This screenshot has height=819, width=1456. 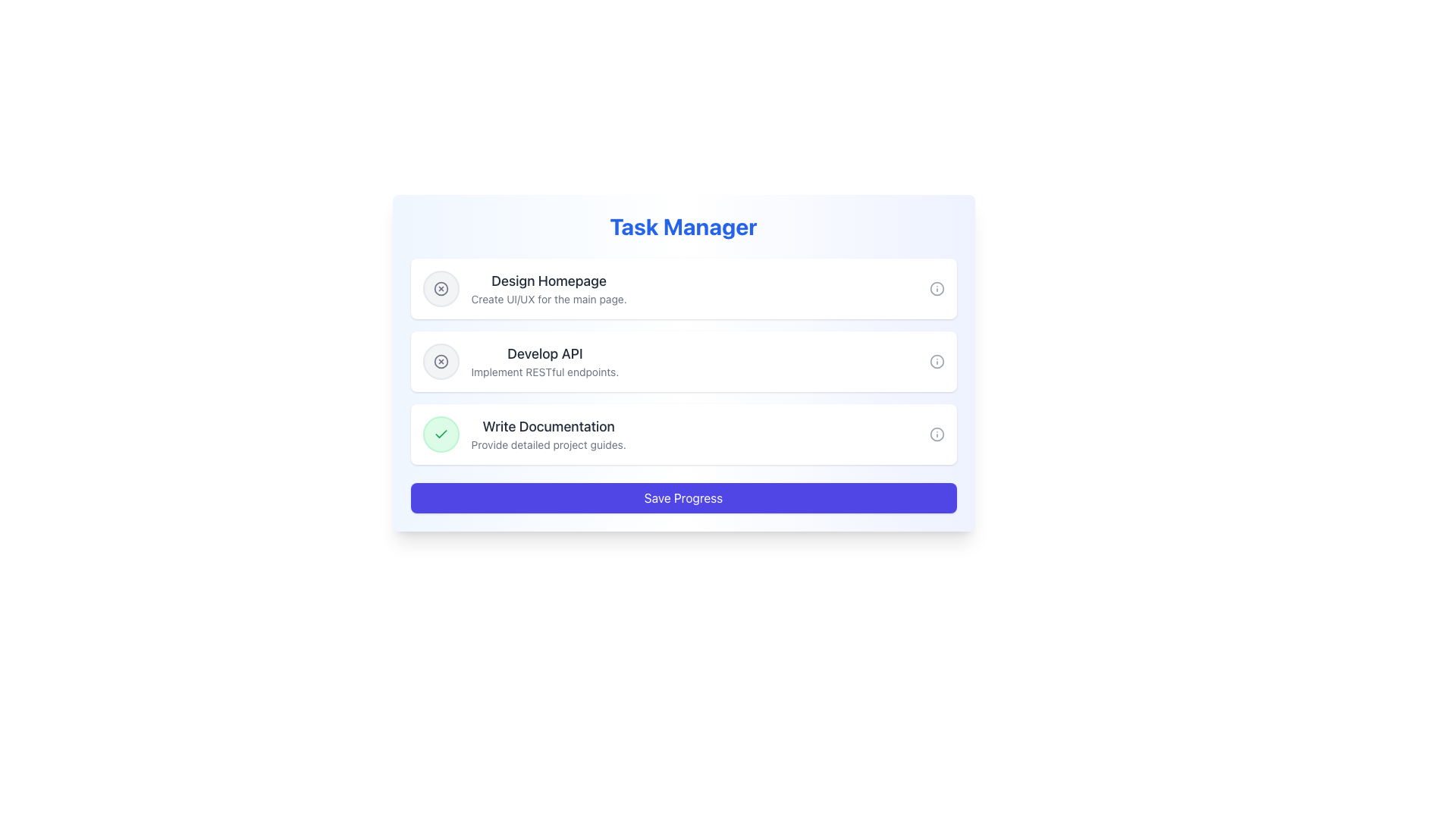 I want to click on the text label that serves as the title for the first task block, located above the description text 'Create UI/UX for the main page.', so click(x=548, y=281).